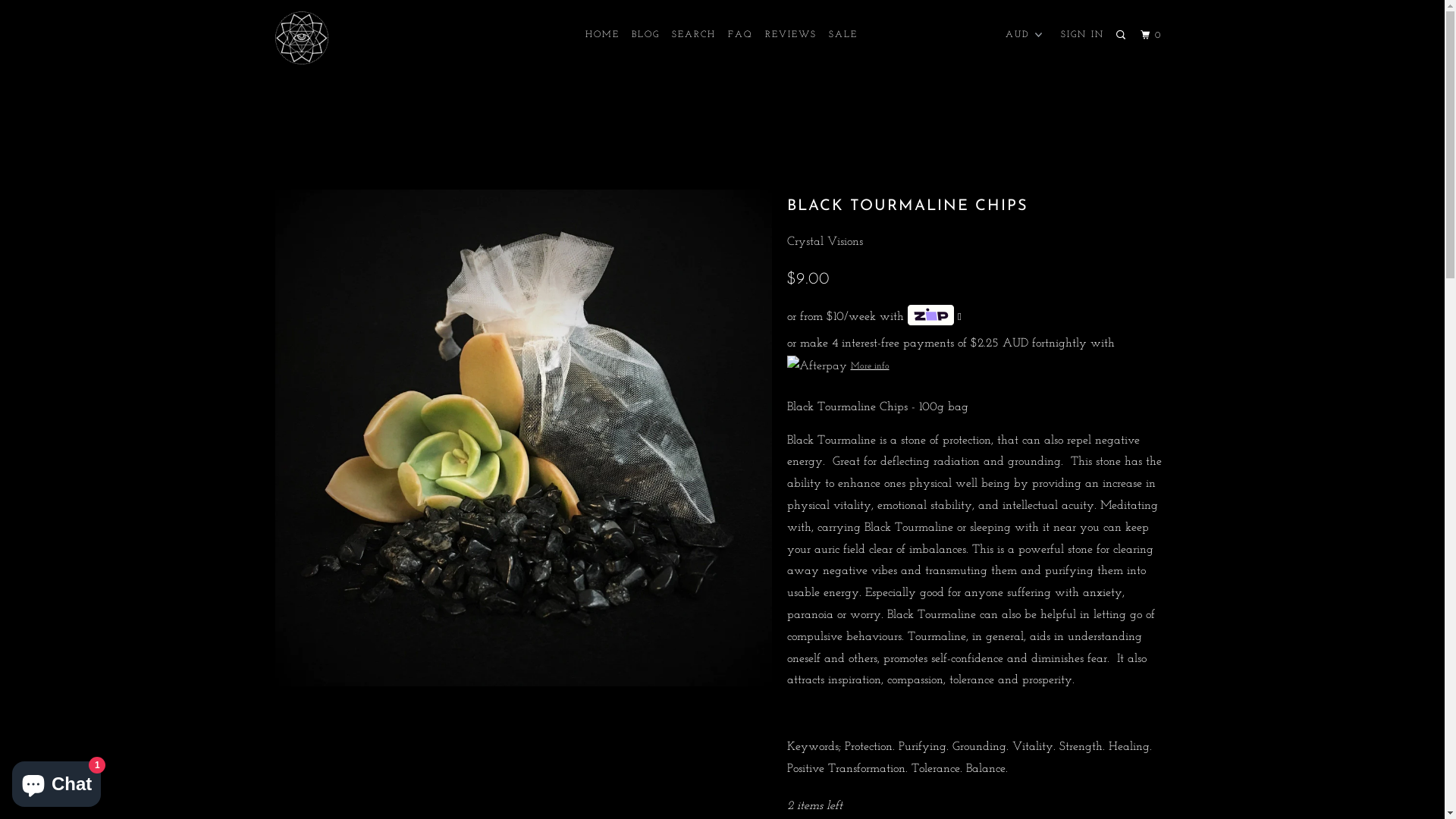 The width and height of the screenshot is (1456, 819). Describe the element at coordinates (274, 37) in the screenshot. I see `'Crystal Visions Store'` at that location.